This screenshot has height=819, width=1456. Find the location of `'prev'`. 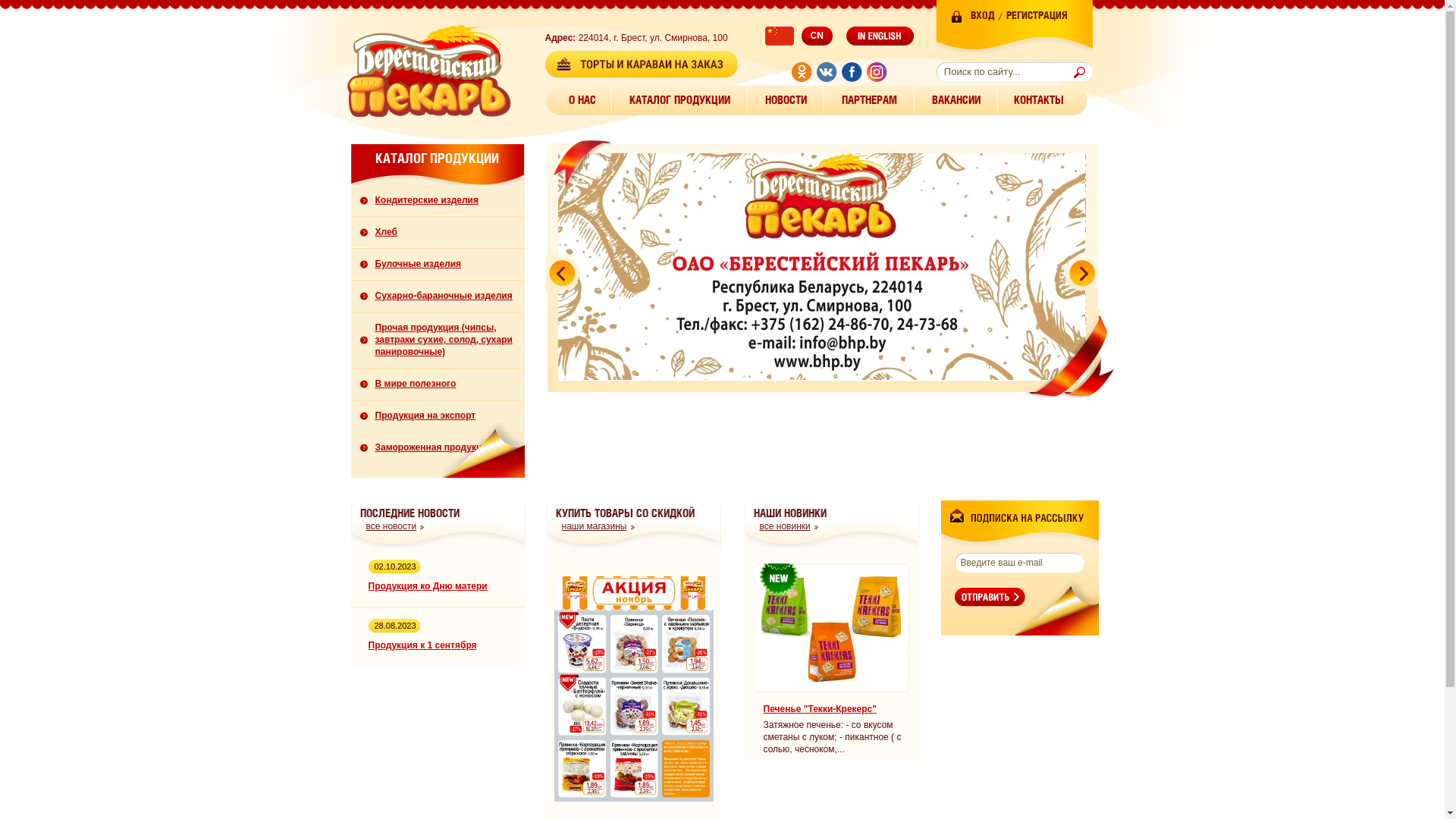

'prev' is located at coordinates (562, 271).